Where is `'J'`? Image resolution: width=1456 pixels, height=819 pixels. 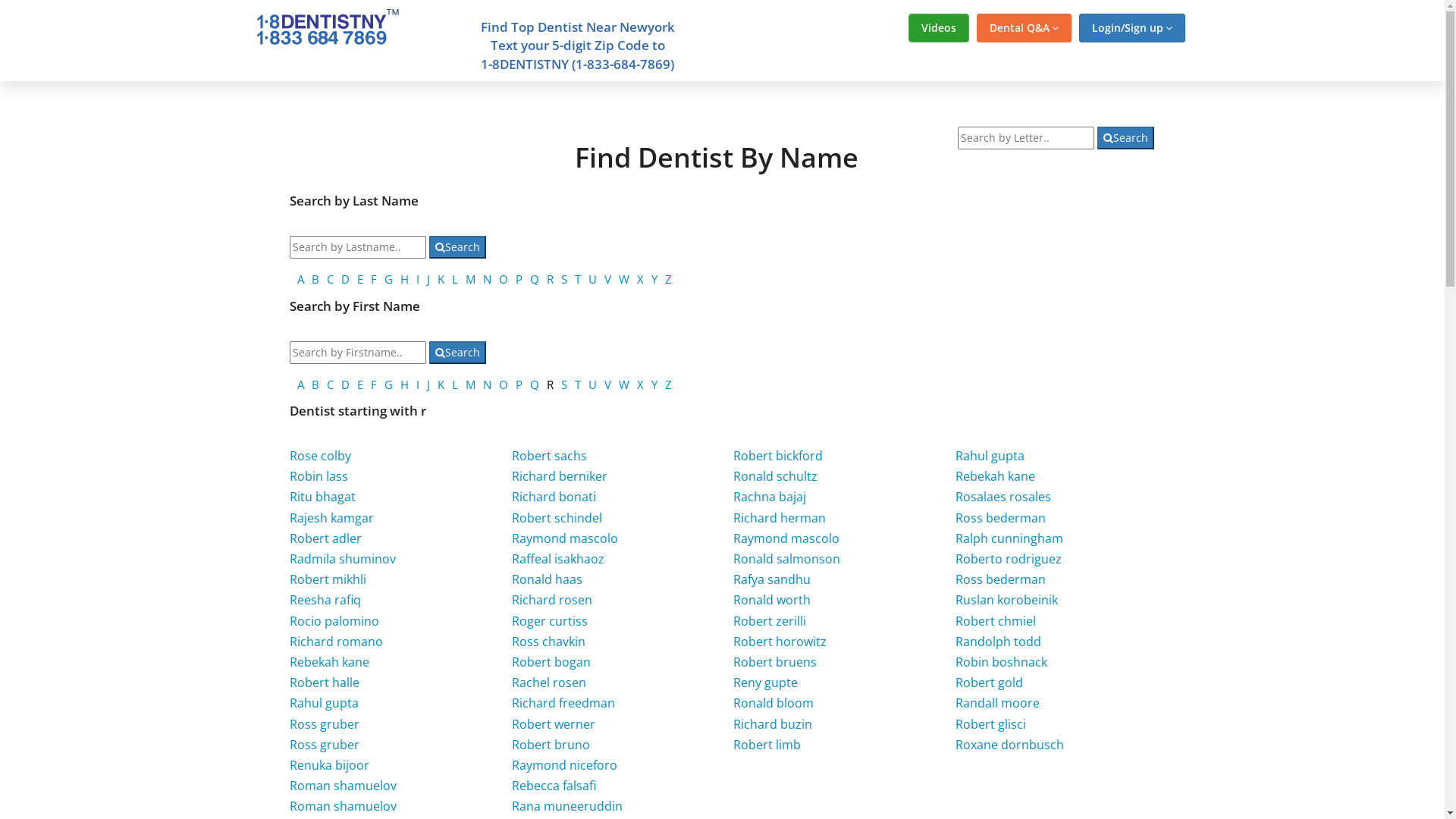
'J' is located at coordinates (428, 278).